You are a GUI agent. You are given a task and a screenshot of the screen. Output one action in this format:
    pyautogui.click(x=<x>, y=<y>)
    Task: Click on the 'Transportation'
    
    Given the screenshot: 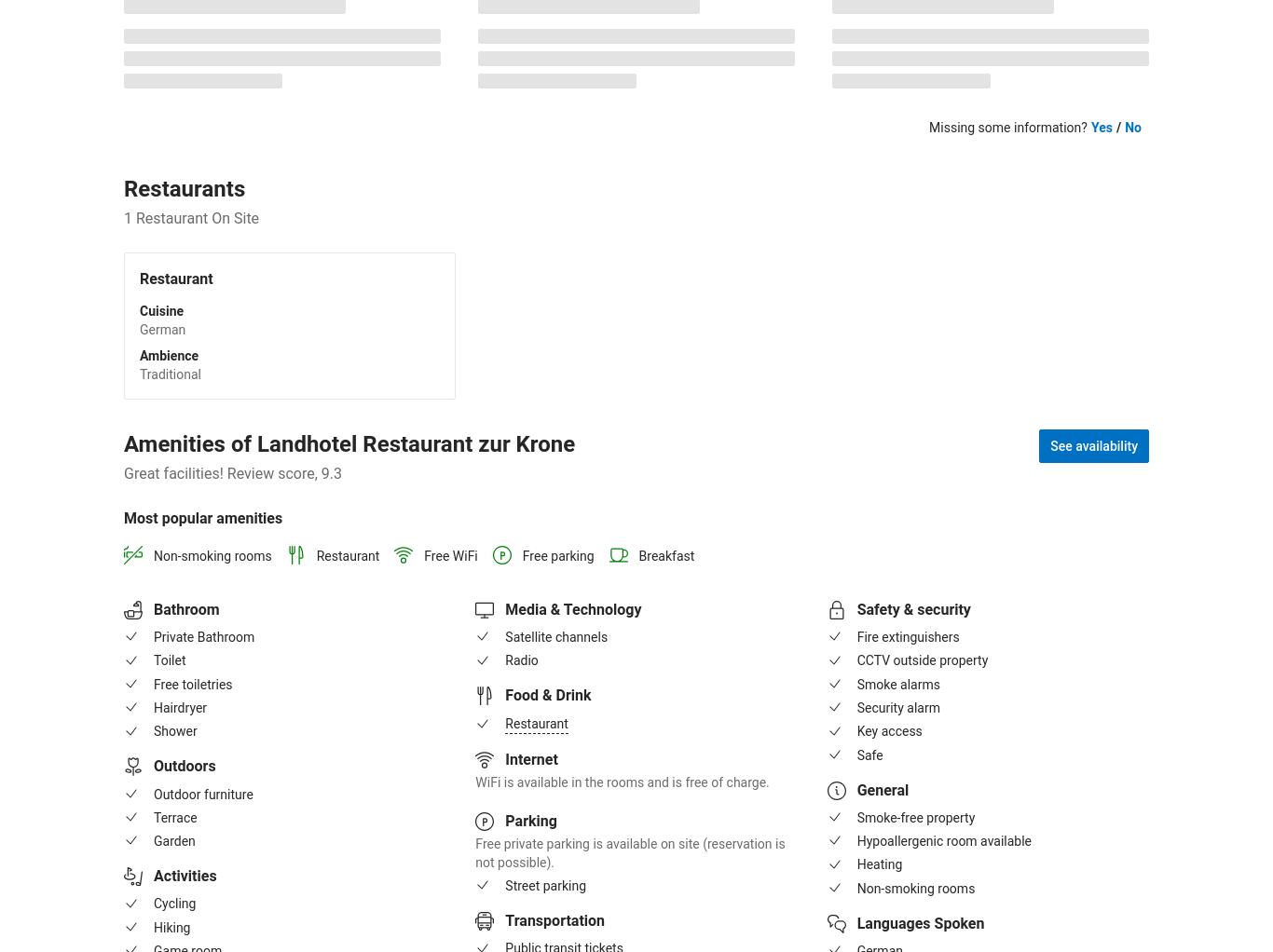 What is the action you would take?
    pyautogui.click(x=554, y=920)
    